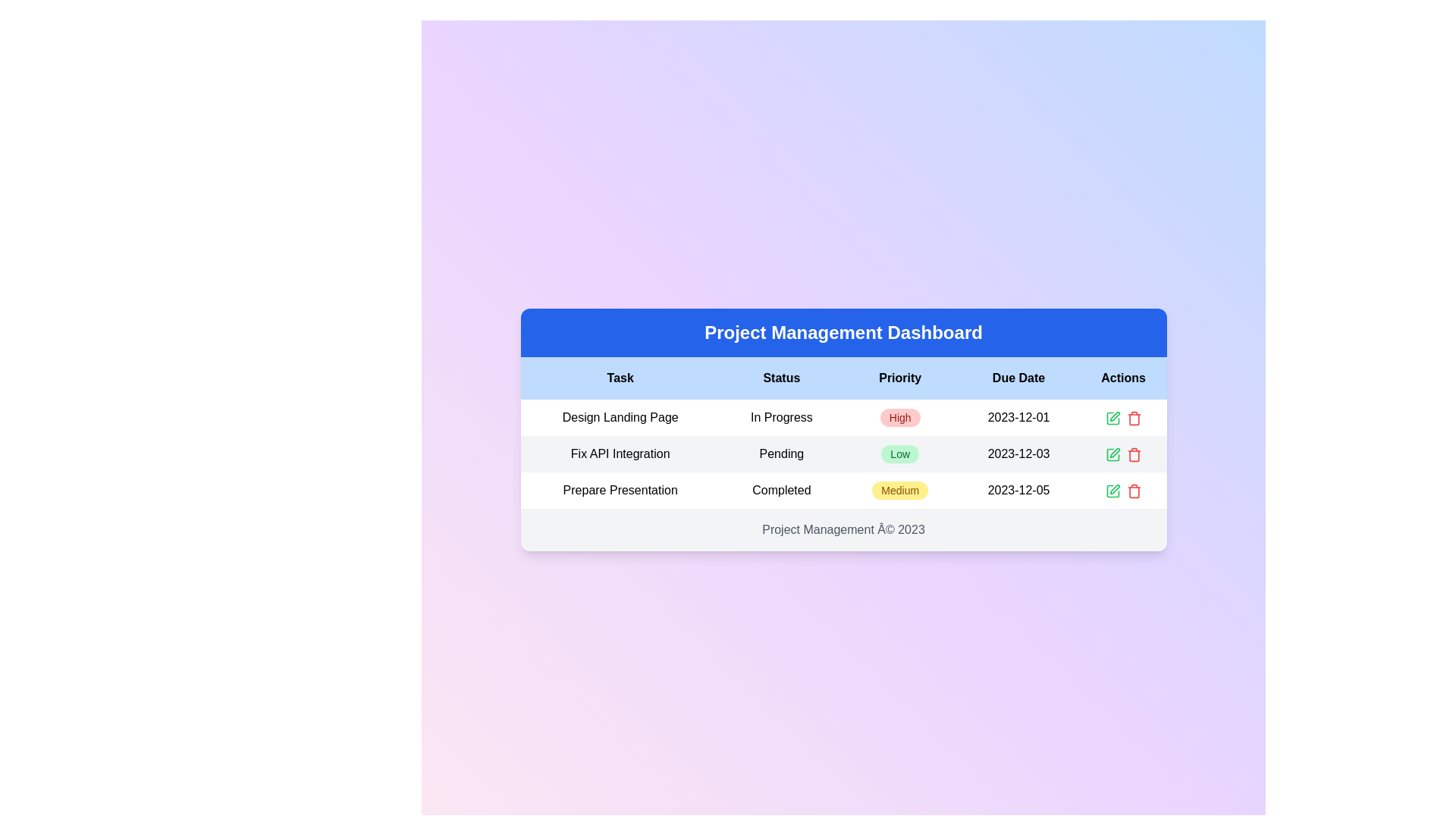 This screenshot has width=1456, height=819. Describe the element at coordinates (620, 453) in the screenshot. I see `the text label displaying the name or description of a task in the project management table, located in the second row under the 'Task' column, to the left of the 'Pending' status` at that location.